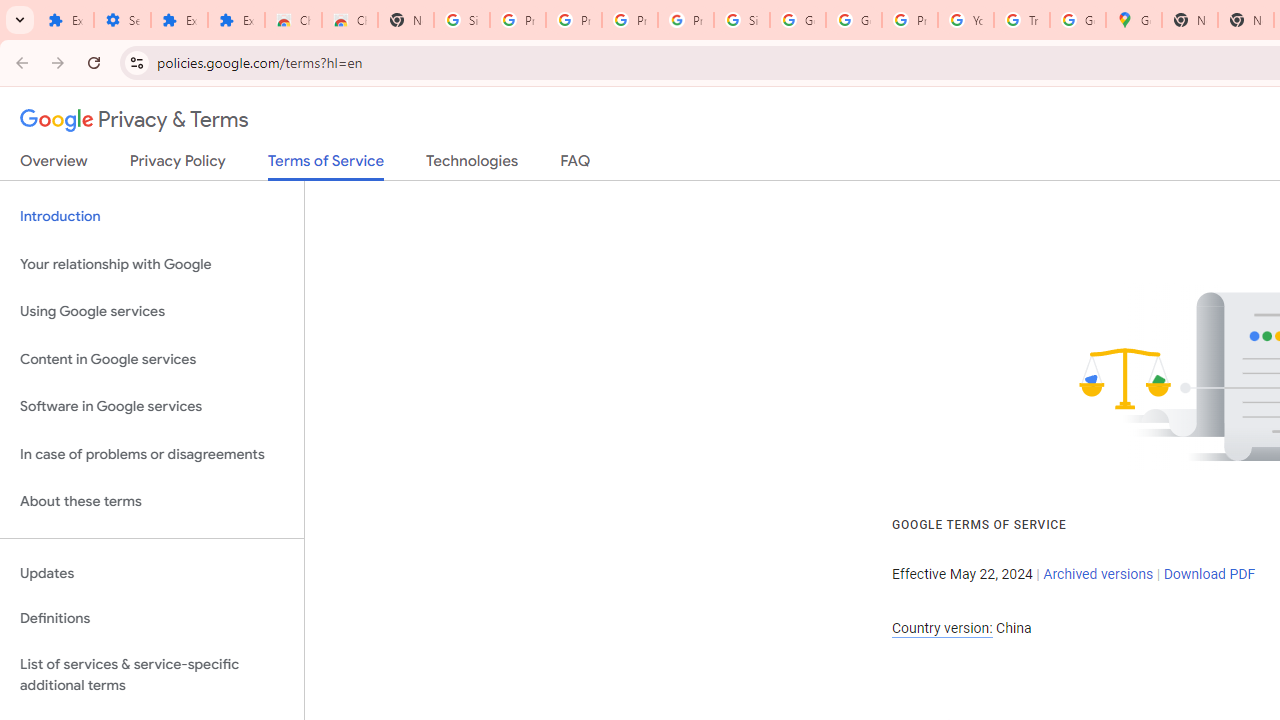 This screenshot has width=1280, height=720. What do you see at coordinates (292, 20) in the screenshot?
I see `'Chrome Web Store'` at bounding box center [292, 20].